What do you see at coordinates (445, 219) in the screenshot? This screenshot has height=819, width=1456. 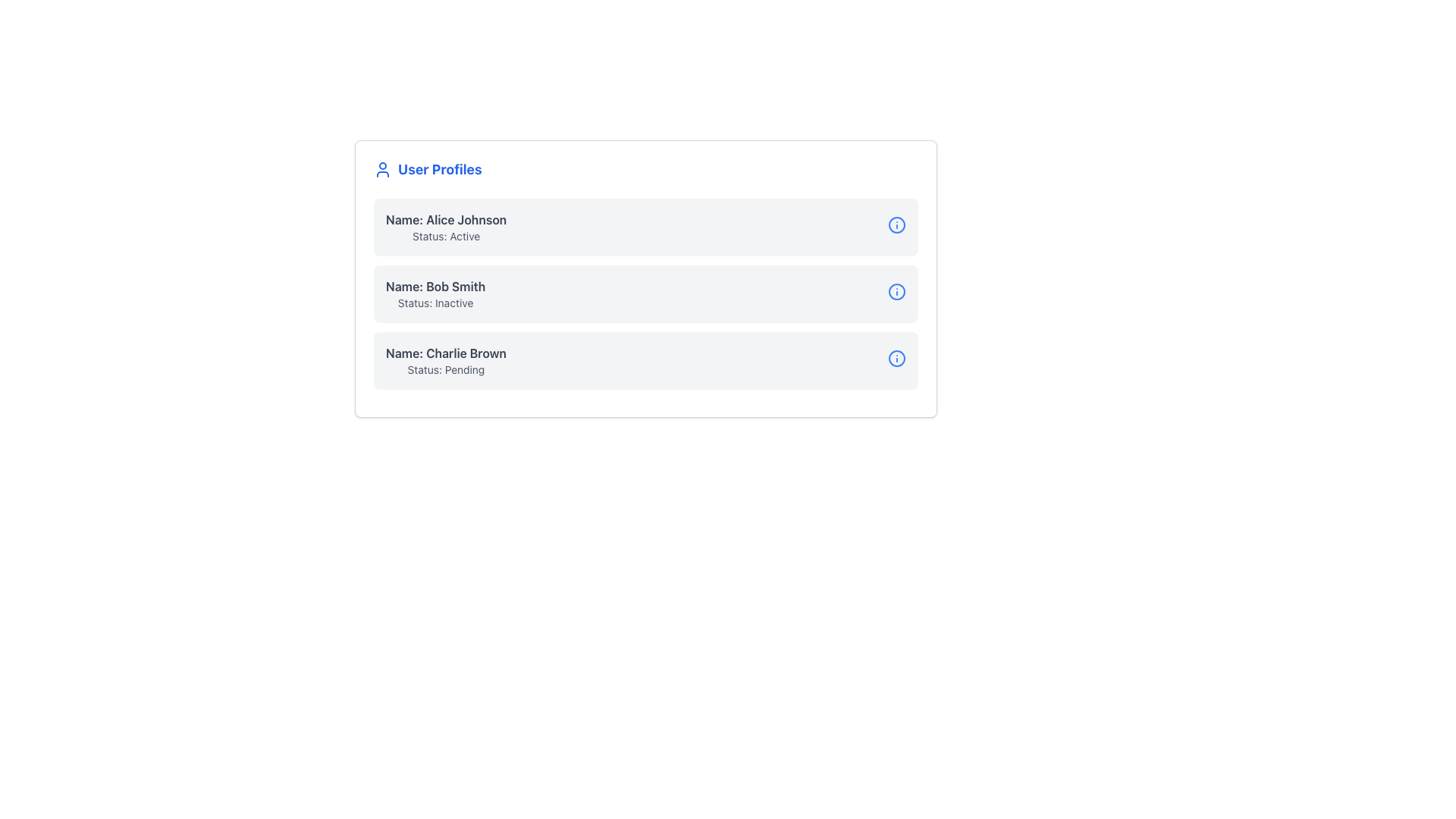 I see `the text element that labels` at bounding box center [445, 219].